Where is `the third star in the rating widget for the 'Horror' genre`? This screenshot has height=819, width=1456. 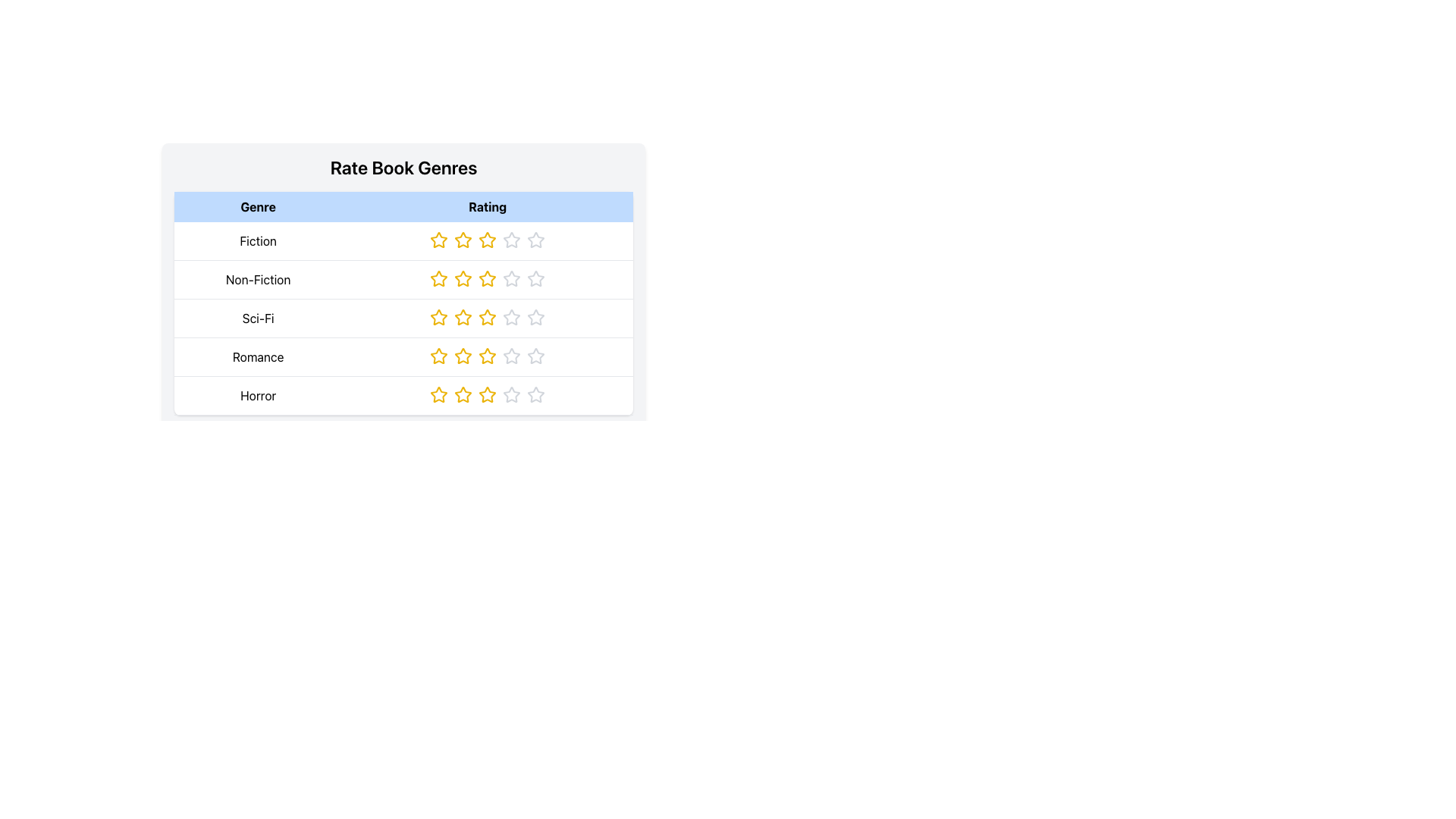 the third star in the rating widget for the 'Horror' genre is located at coordinates (488, 394).